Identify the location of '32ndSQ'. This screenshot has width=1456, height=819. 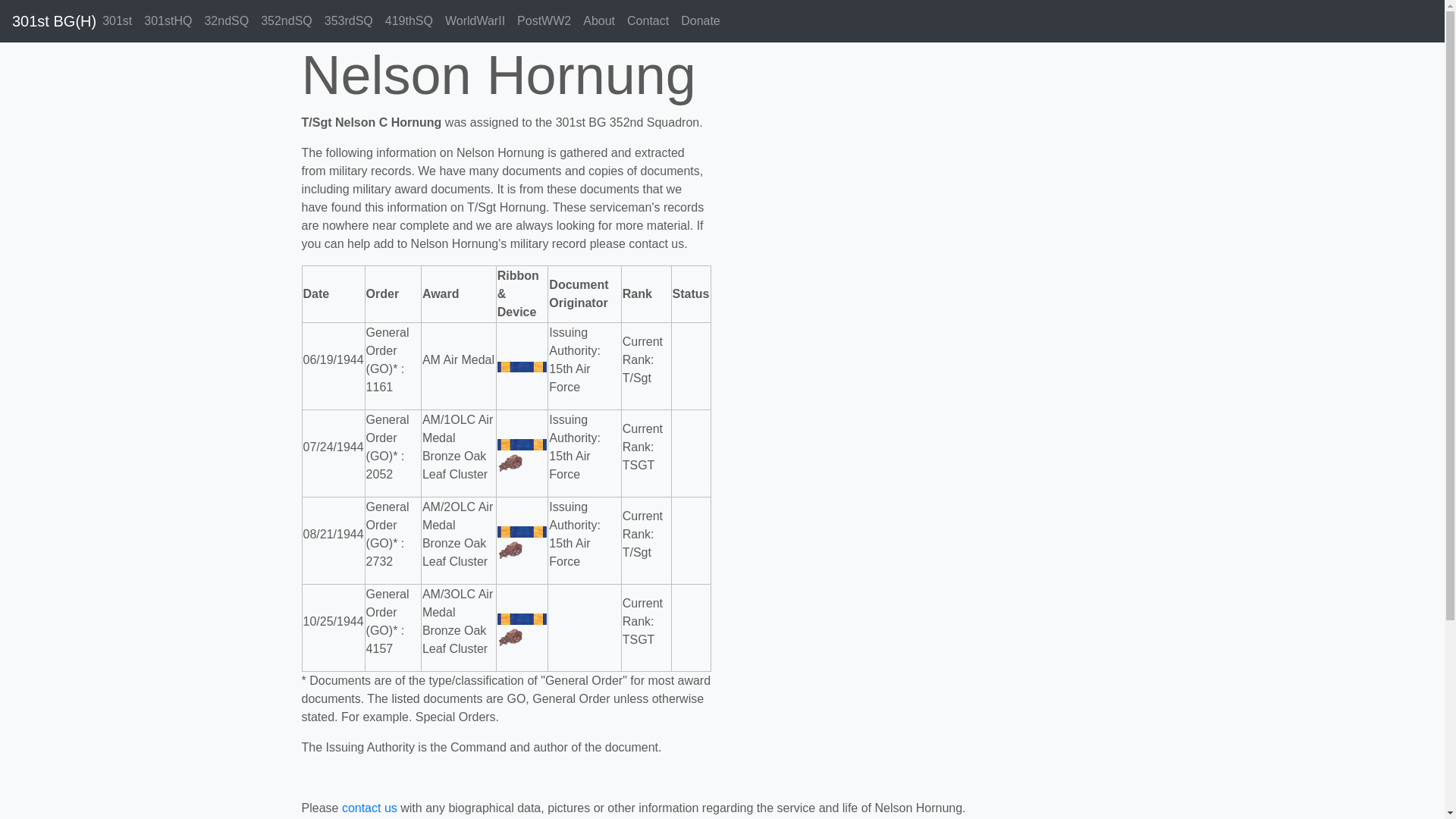
(225, 20).